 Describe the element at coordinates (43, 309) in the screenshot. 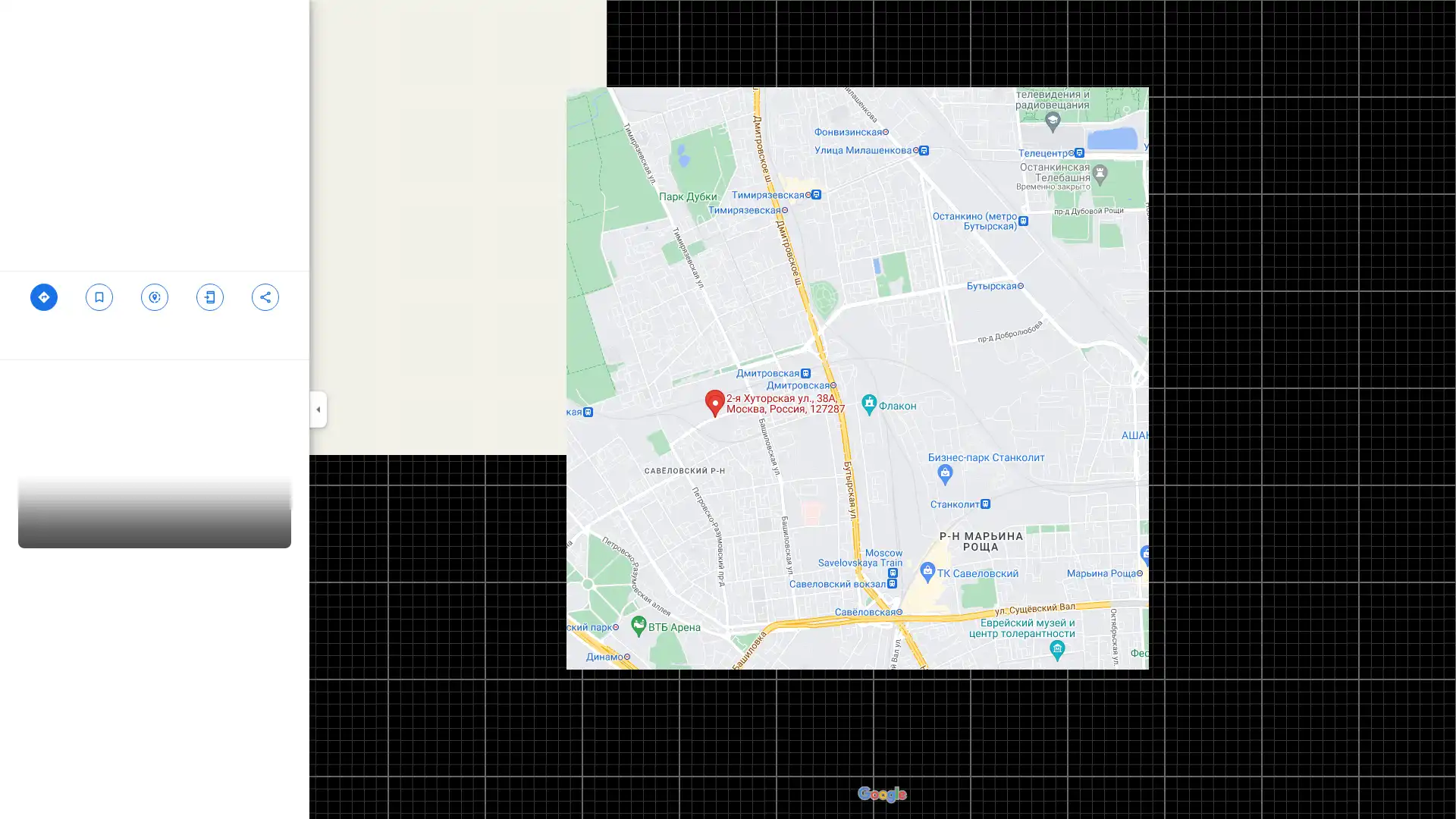

I see `(2-  ., 38)` at that location.